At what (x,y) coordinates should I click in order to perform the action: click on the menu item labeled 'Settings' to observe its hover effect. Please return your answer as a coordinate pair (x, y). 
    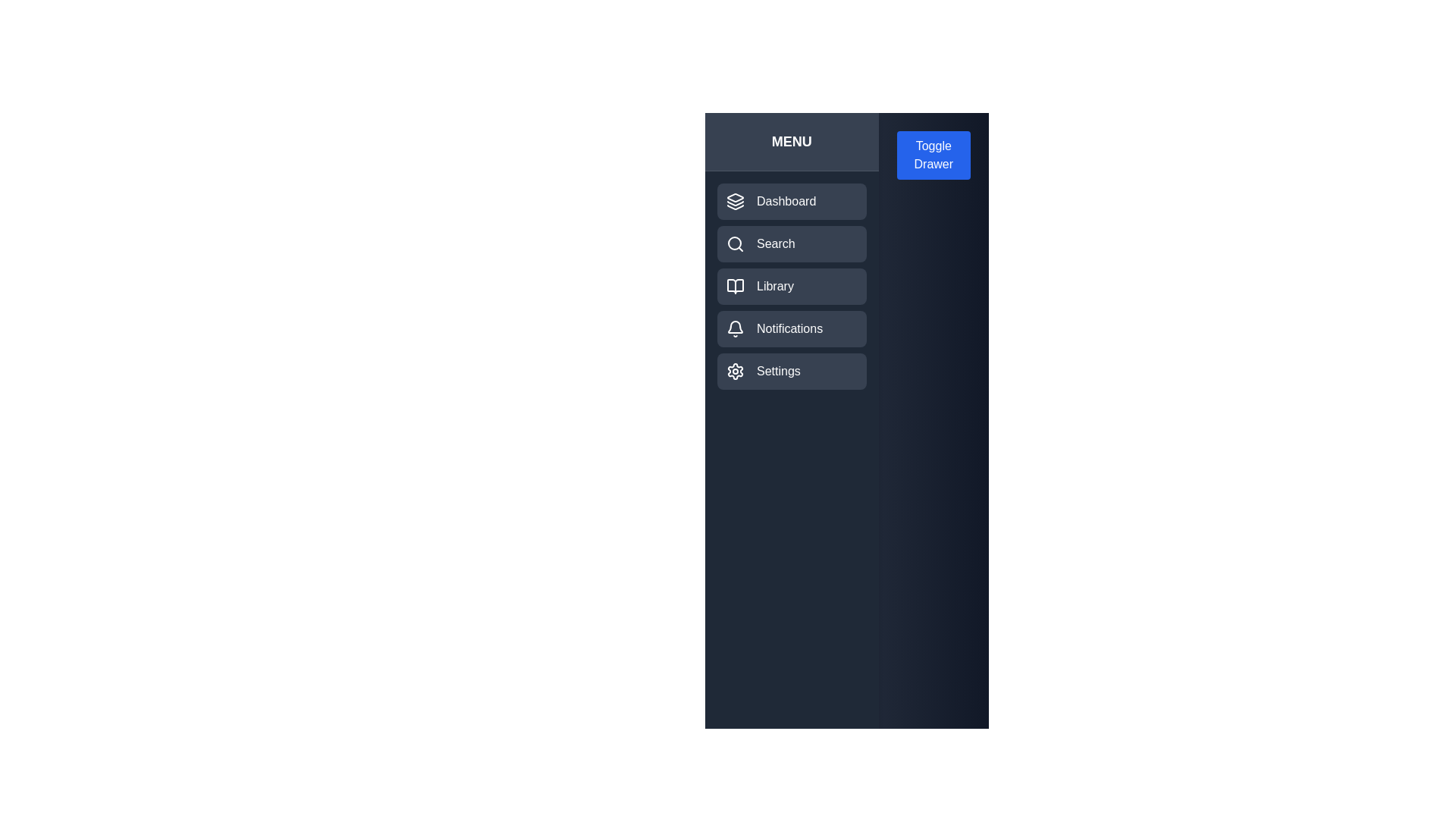
    Looking at the image, I should click on (790, 371).